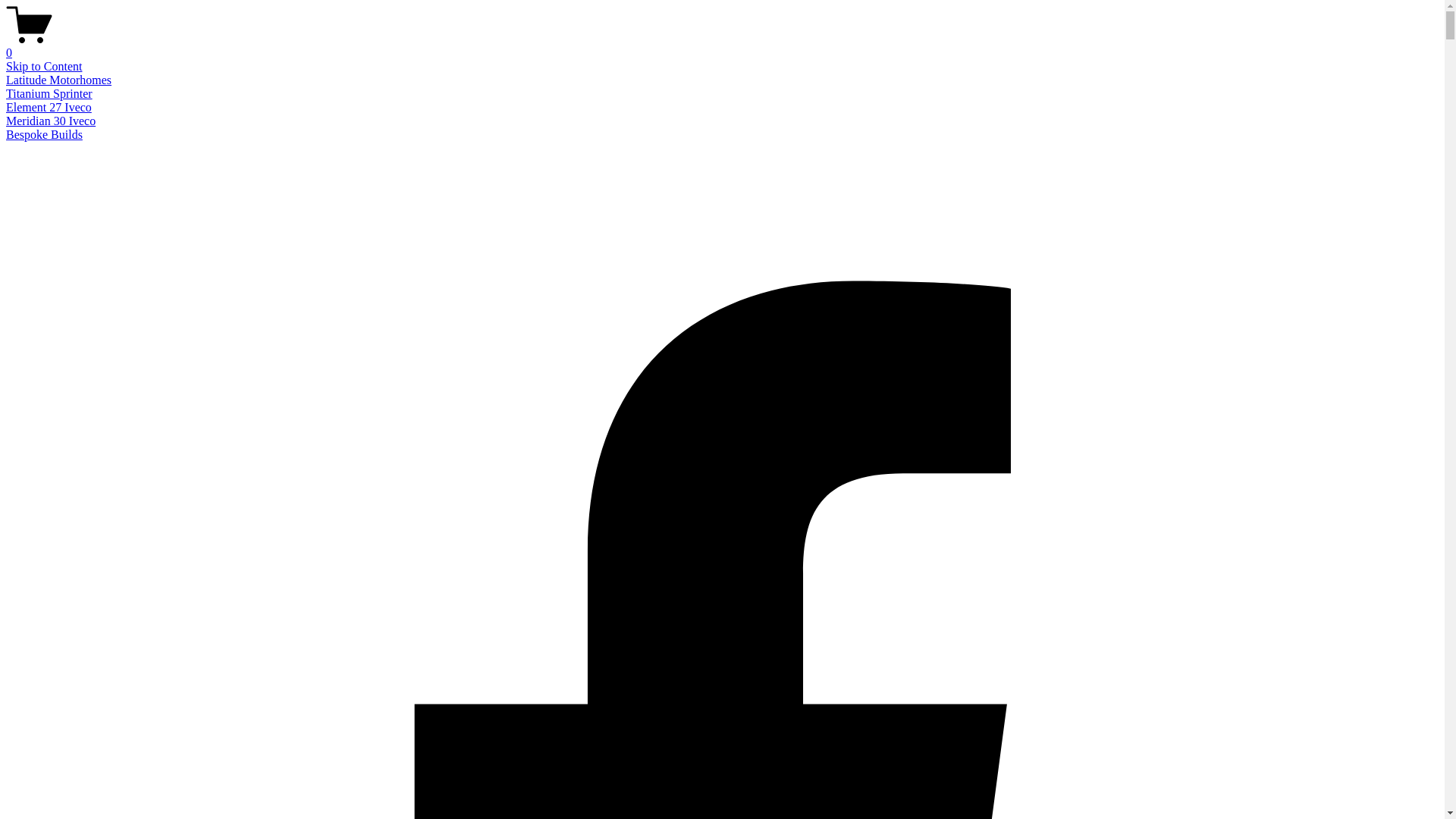 This screenshot has height=819, width=1456. Describe the element at coordinates (49, 106) in the screenshot. I see `'Element 27 Iveco'` at that location.